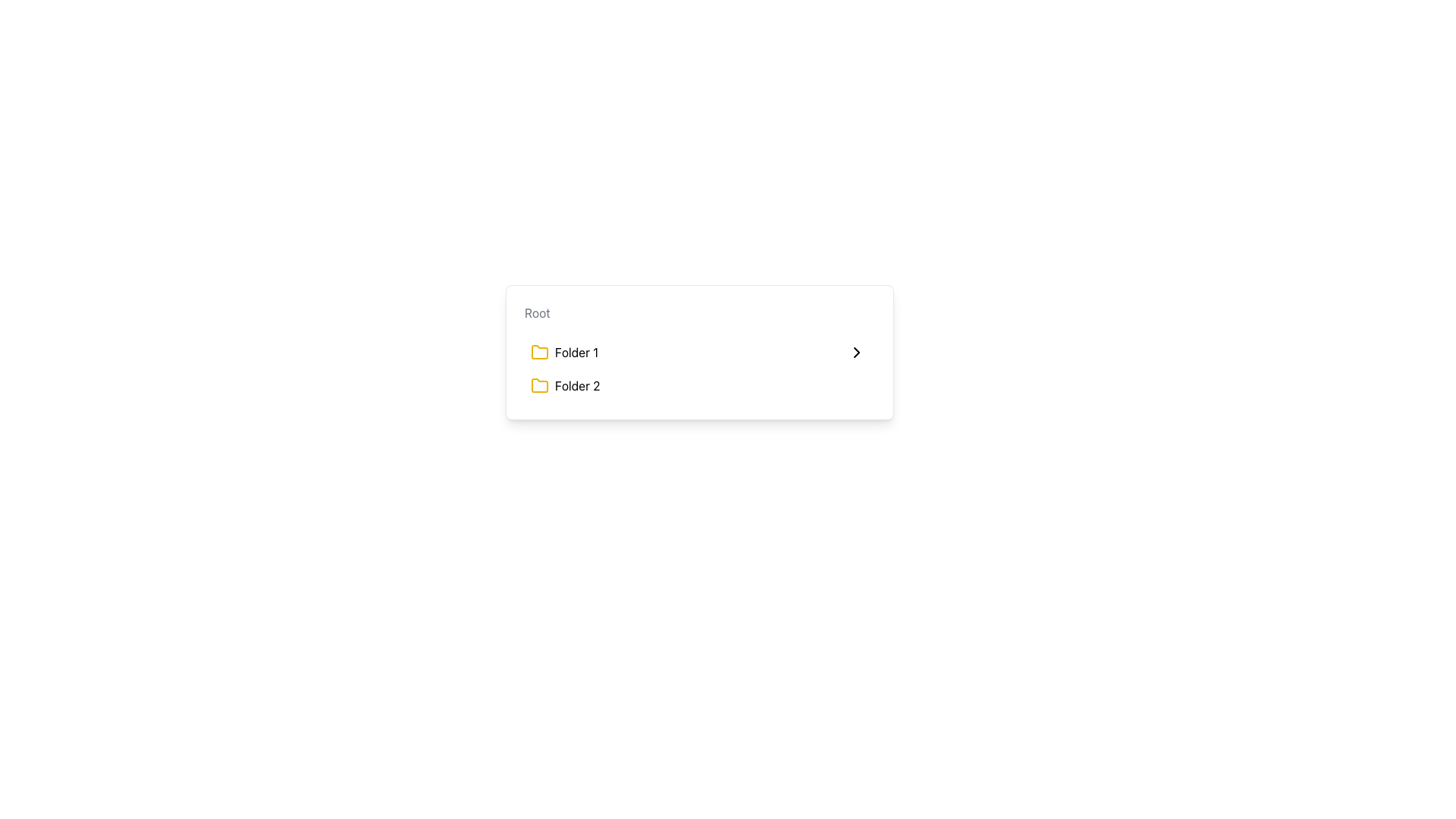 This screenshot has width=1456, height=819. What do you see at coordinates (539, 384) in the screenshot?
I see `the folder icon labeled 'Folder 2' in the SVG graphic, which is the second folder in a vertical list of folder icons under the section titled 'Root'` at bounding box center [539, 384].